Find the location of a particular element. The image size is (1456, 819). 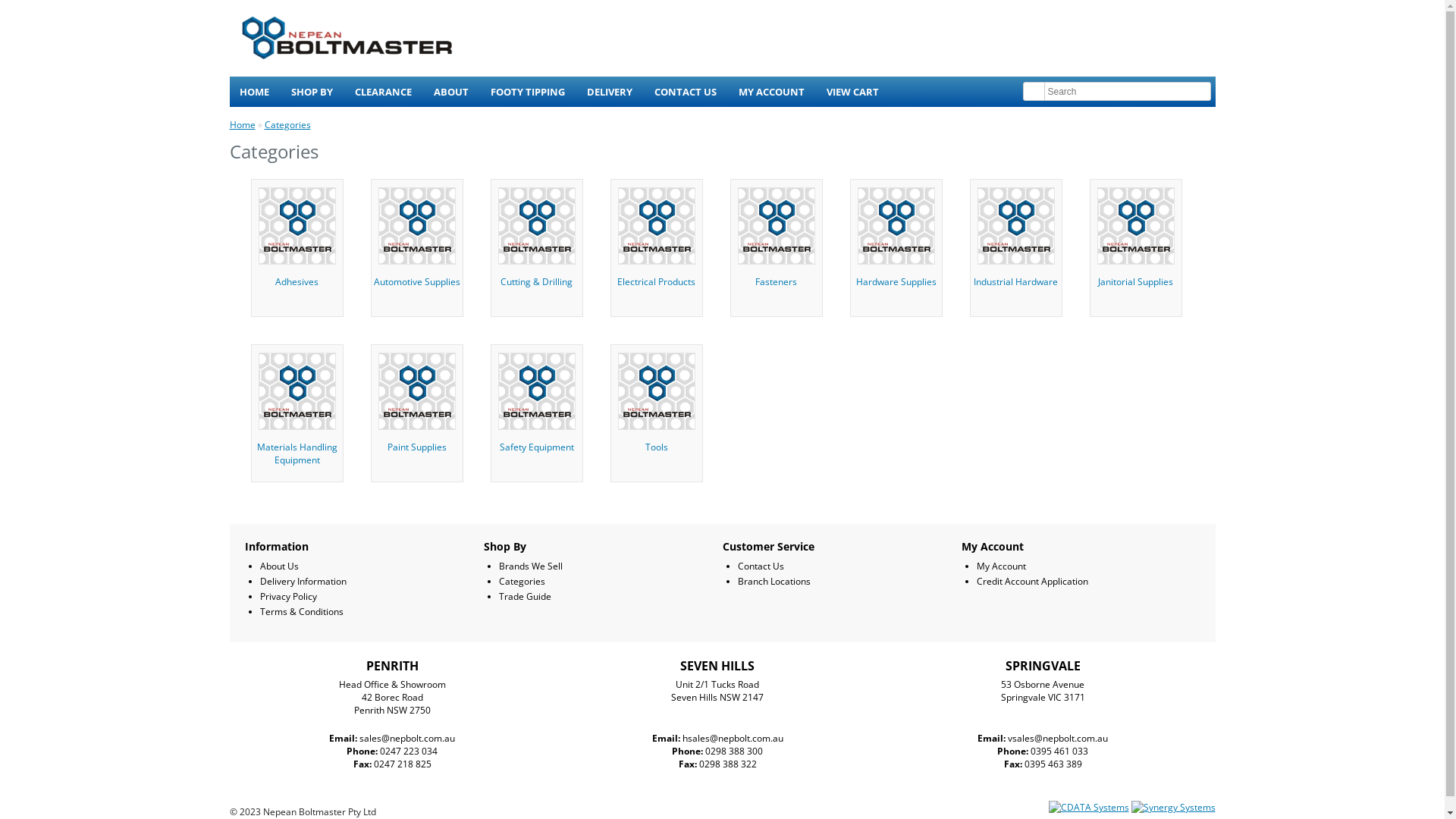

'My Account' is located at coordinates (1001, 566).